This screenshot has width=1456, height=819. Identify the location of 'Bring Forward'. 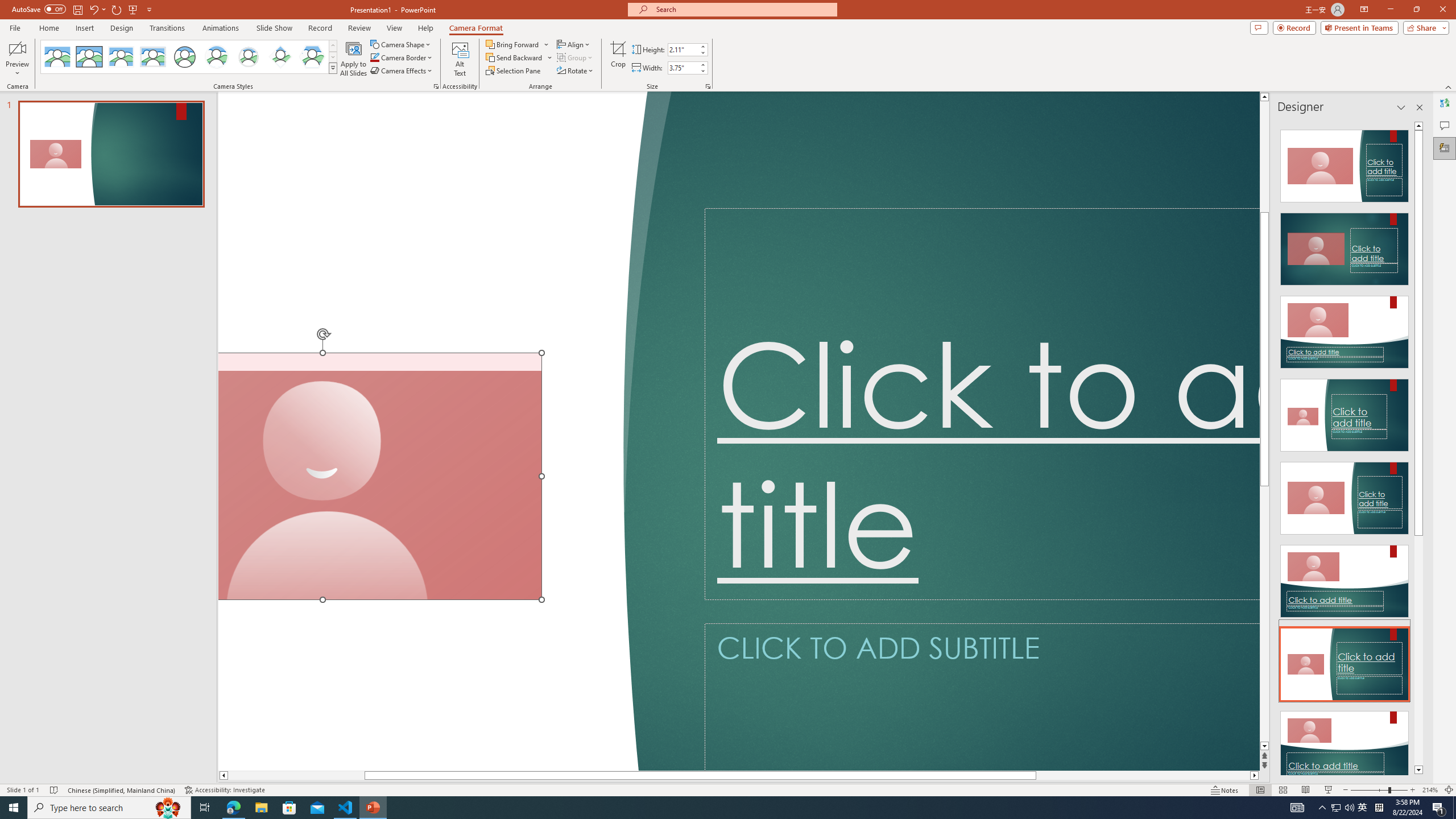
(517, 44).